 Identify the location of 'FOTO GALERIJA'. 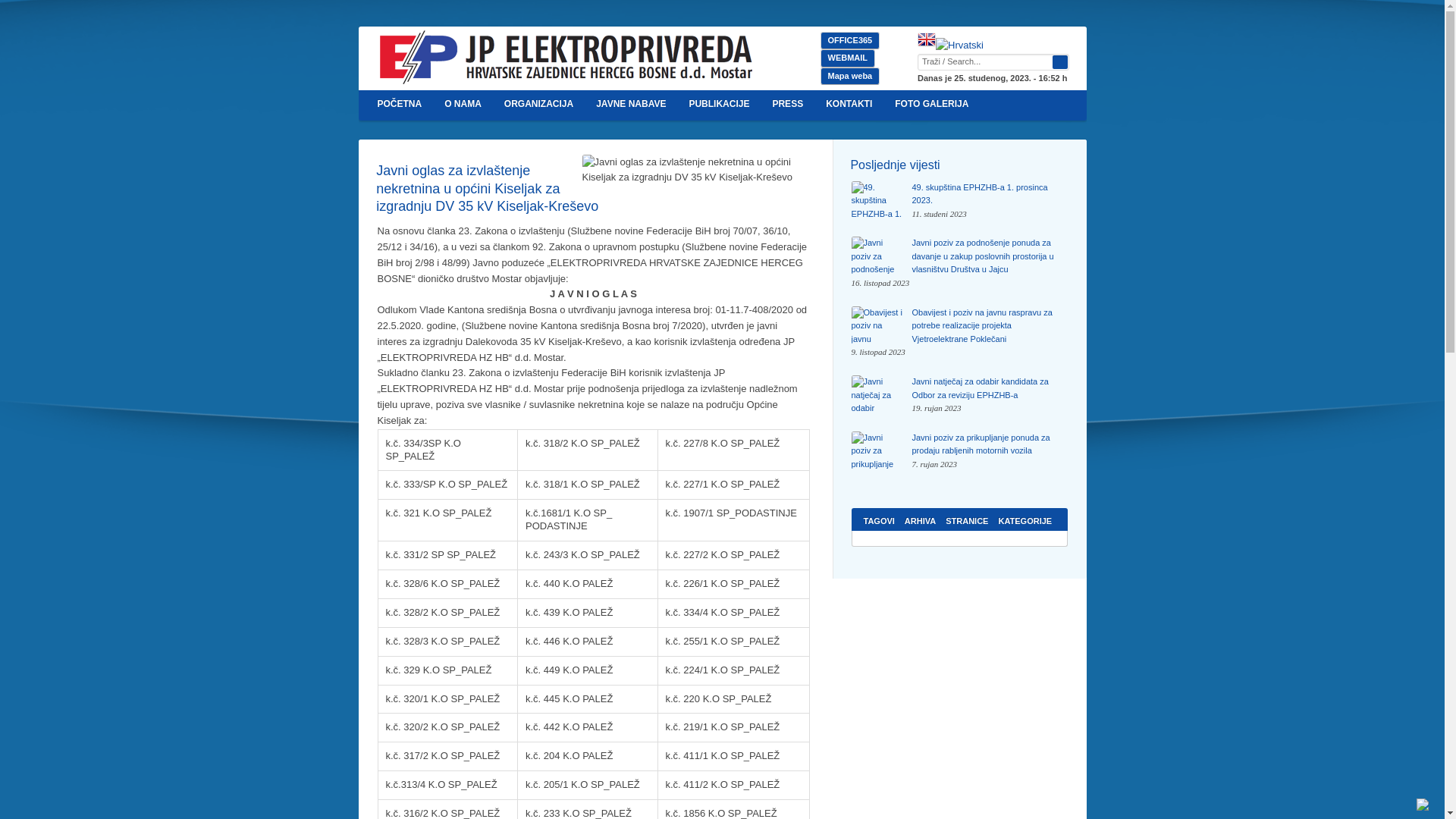
(883, 104).